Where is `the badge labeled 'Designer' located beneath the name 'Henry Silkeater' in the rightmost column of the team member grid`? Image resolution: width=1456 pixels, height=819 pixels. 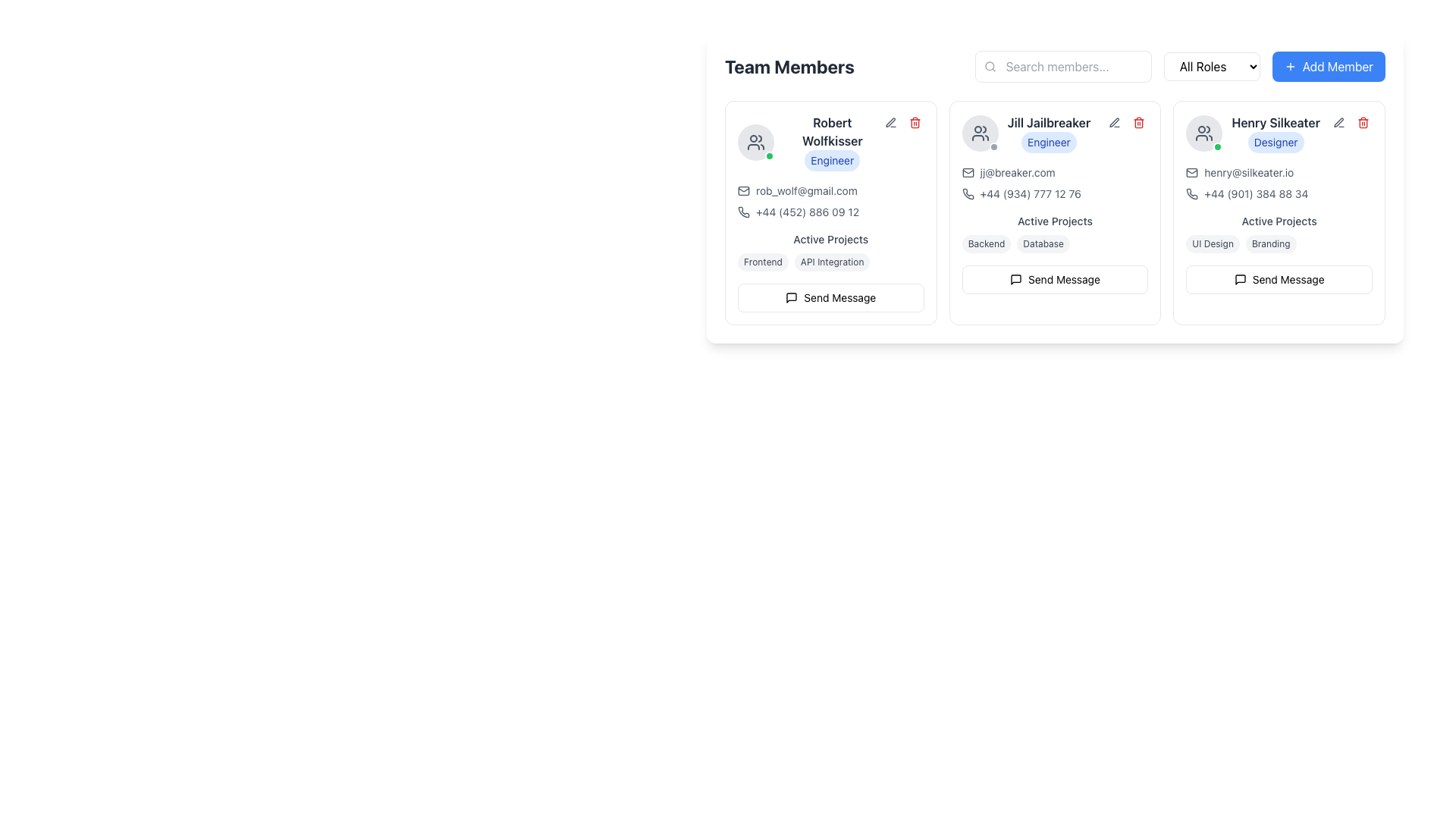
the badge labeled 'Designer' located beneath the name 'Henry Silkeater' in the rightmost column of the team member grid is located at coordinates (1275, 143).